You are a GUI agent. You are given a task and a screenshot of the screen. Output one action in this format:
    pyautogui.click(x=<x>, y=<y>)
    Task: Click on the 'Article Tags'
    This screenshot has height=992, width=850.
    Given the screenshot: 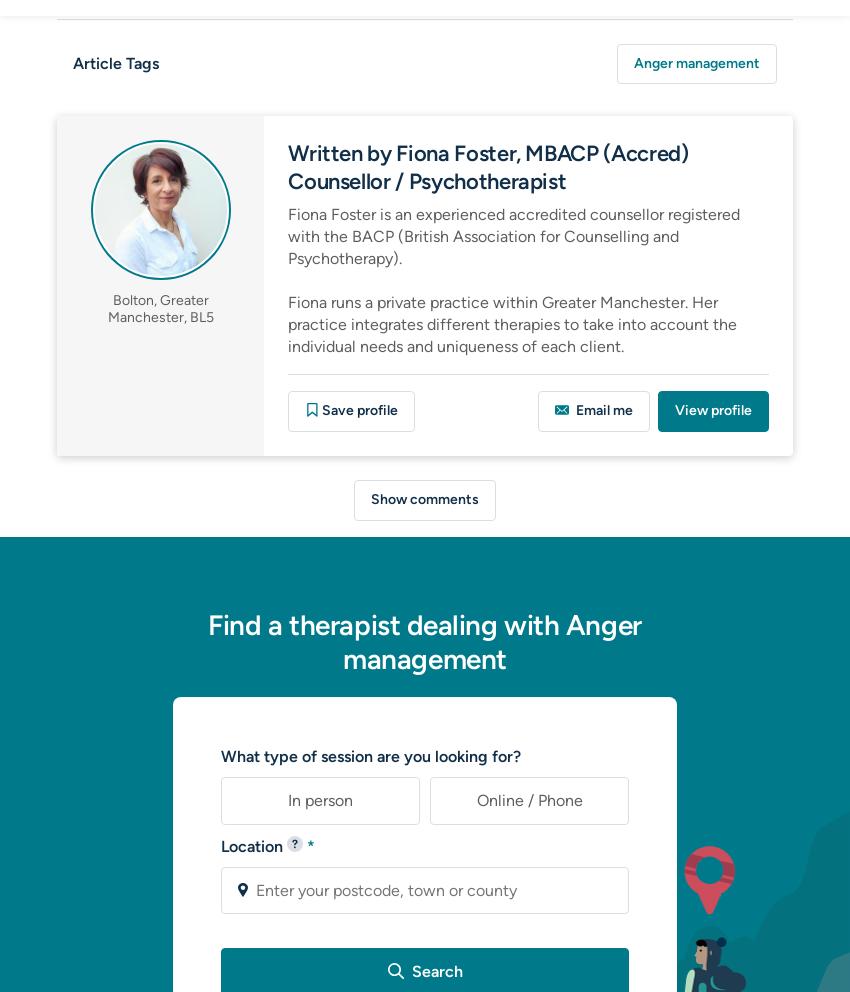 What is the action you would take?
    pyautogui.click(x=115, y=63)
    